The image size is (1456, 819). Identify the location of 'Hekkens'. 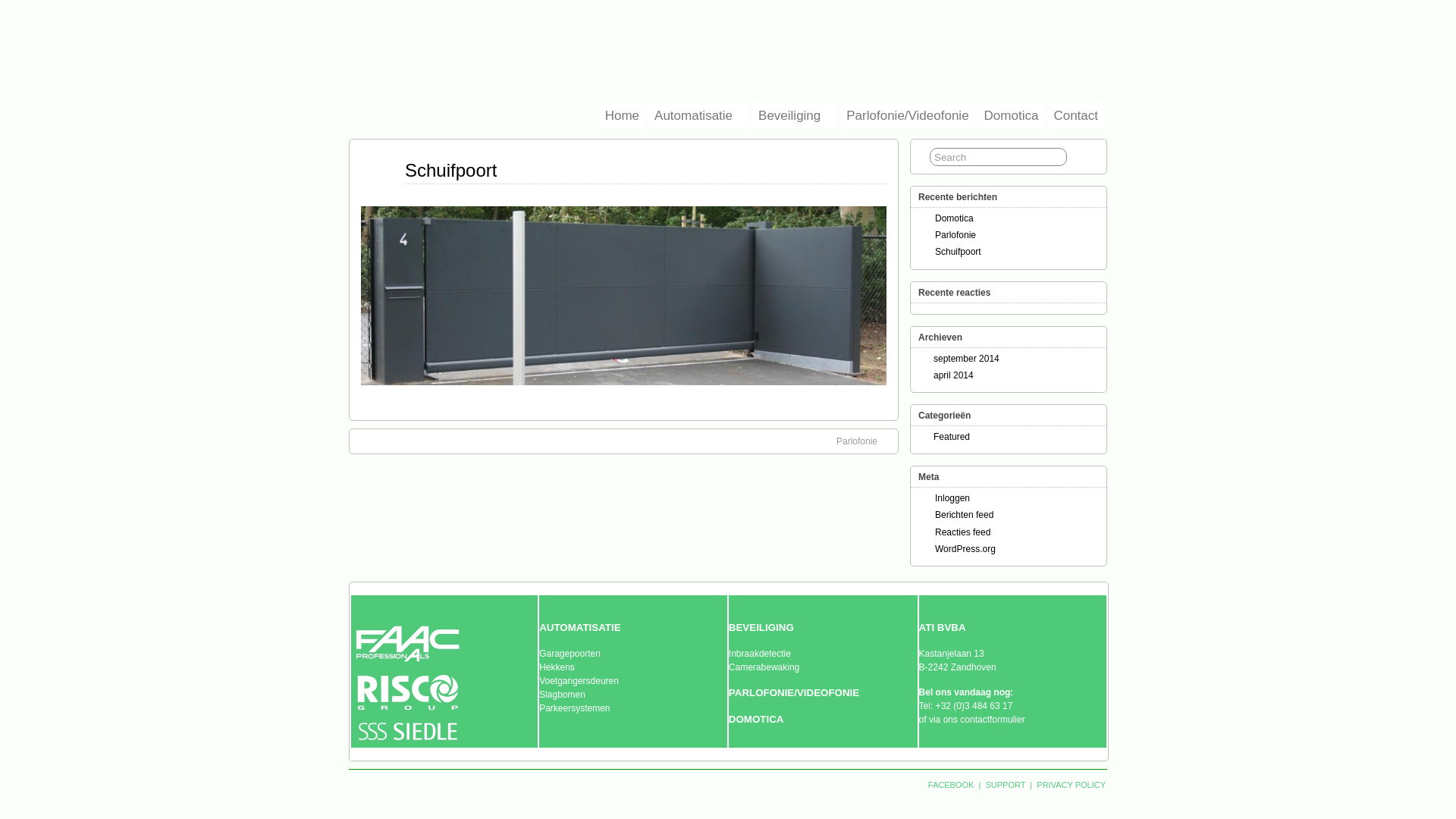
(538, 666).